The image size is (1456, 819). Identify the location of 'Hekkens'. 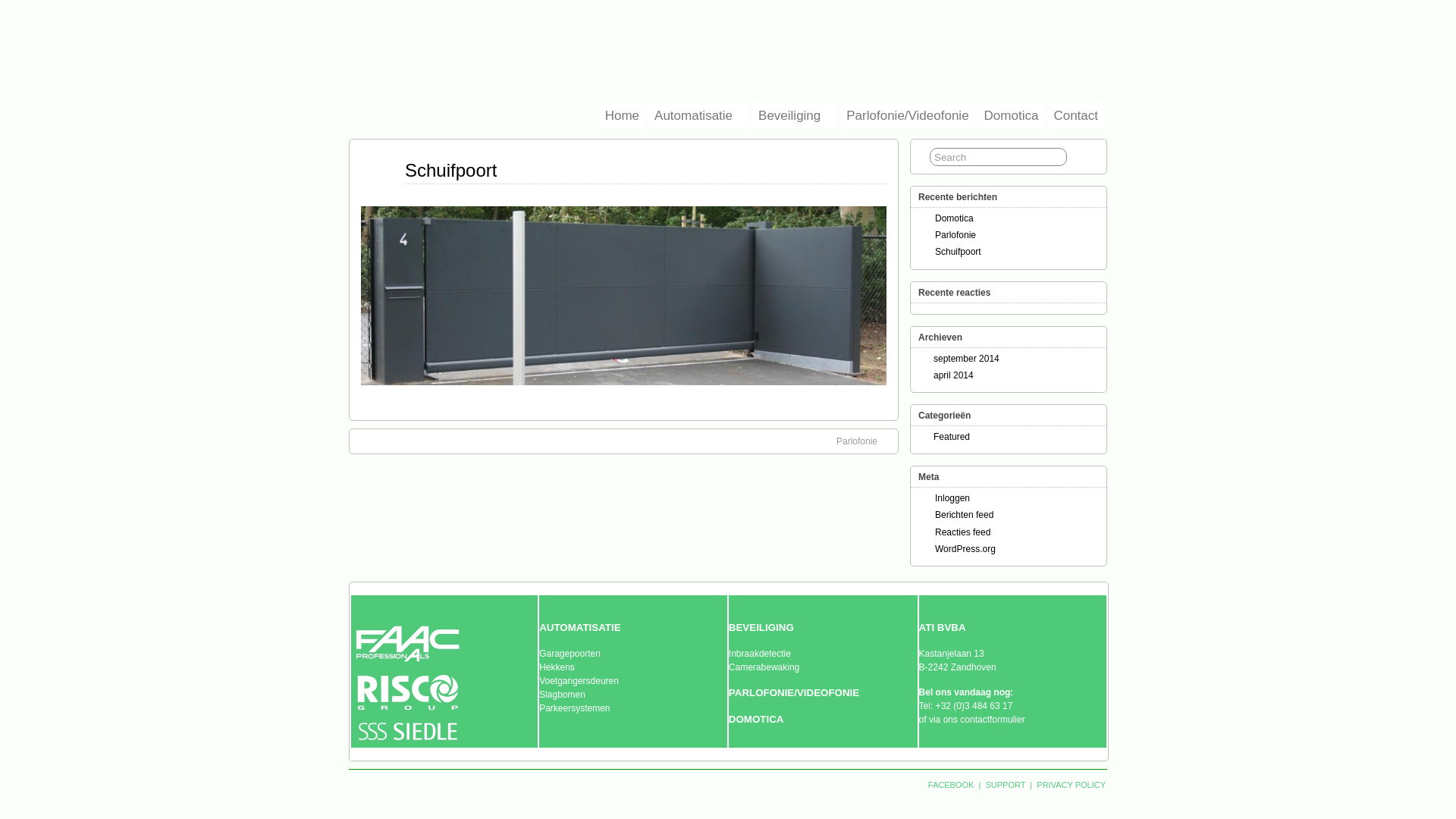
(538, 666).